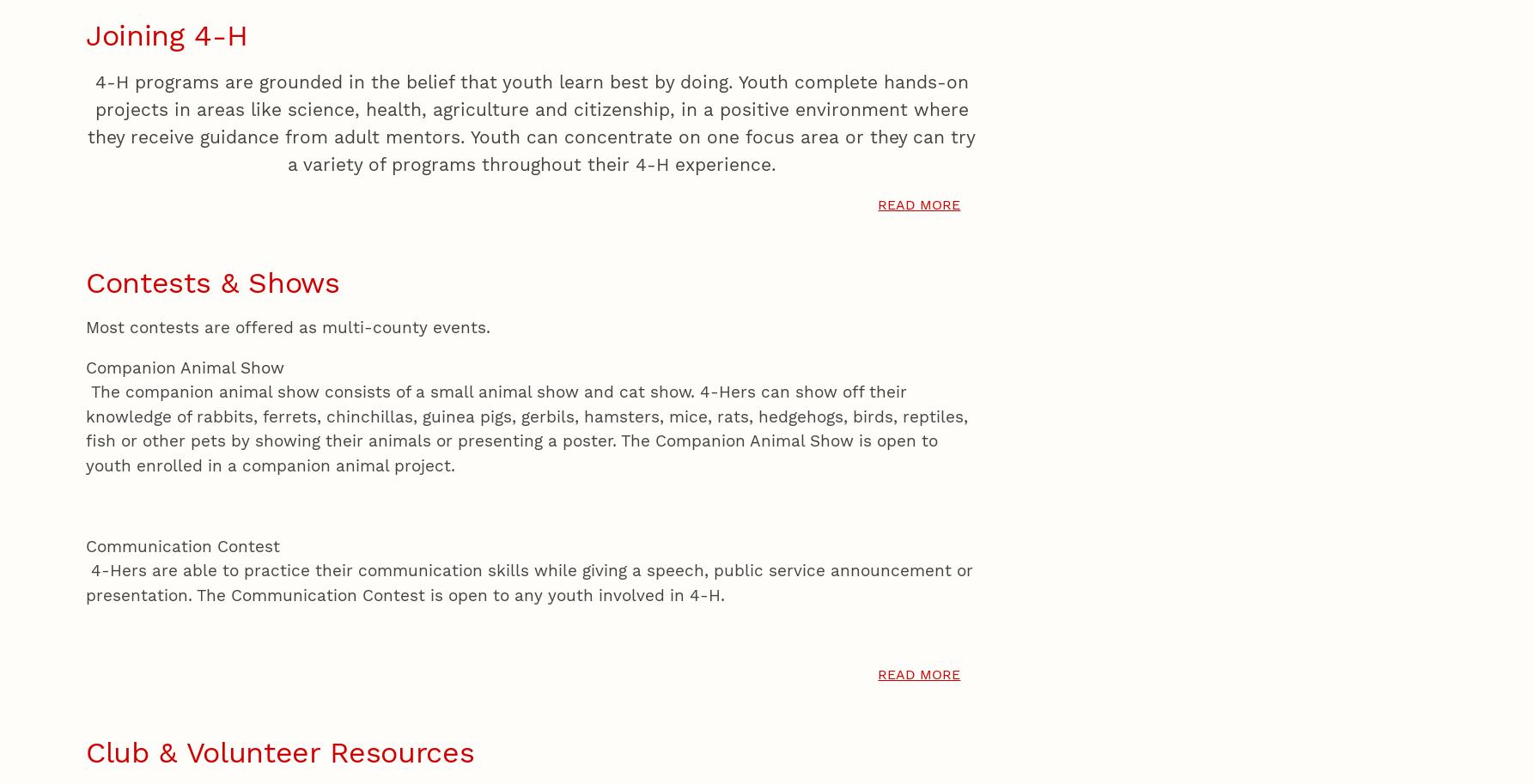 The image size is (1534, 784). I want to click on 'Web Developer Network', so click(445, 107).